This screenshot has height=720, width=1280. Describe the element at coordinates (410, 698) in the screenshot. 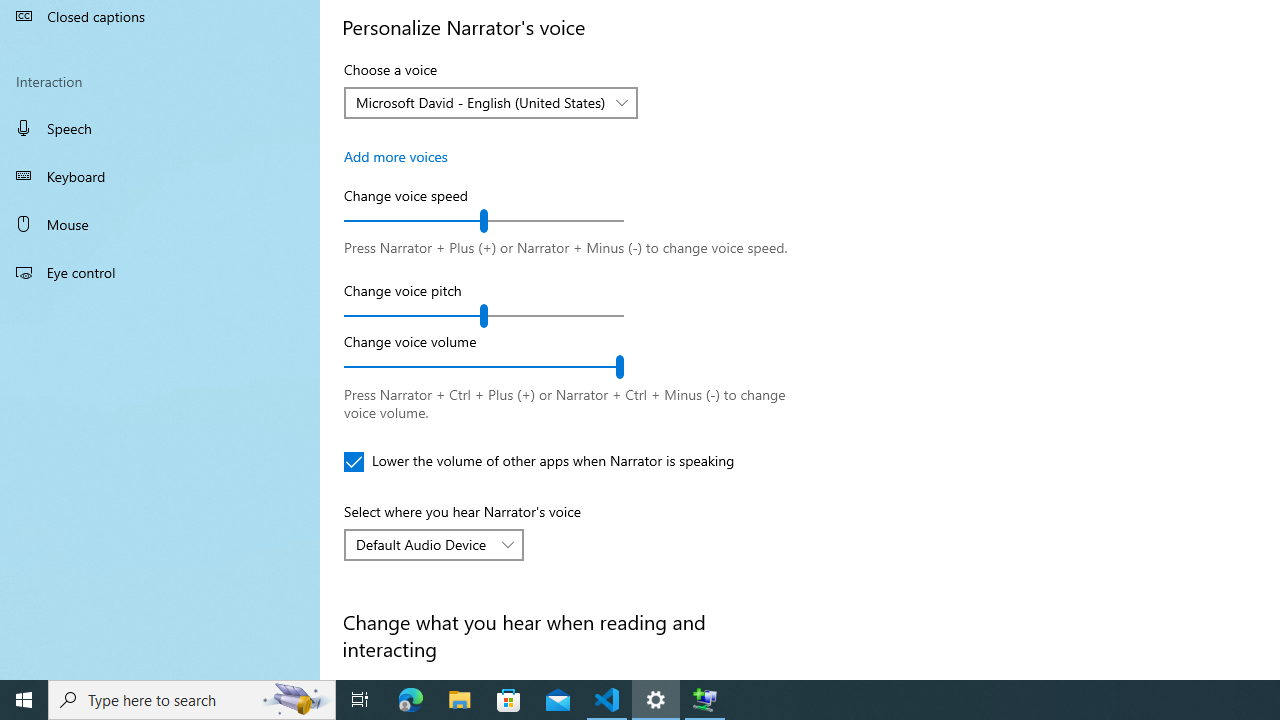

I see `'Microsoft Edge'` at that location.